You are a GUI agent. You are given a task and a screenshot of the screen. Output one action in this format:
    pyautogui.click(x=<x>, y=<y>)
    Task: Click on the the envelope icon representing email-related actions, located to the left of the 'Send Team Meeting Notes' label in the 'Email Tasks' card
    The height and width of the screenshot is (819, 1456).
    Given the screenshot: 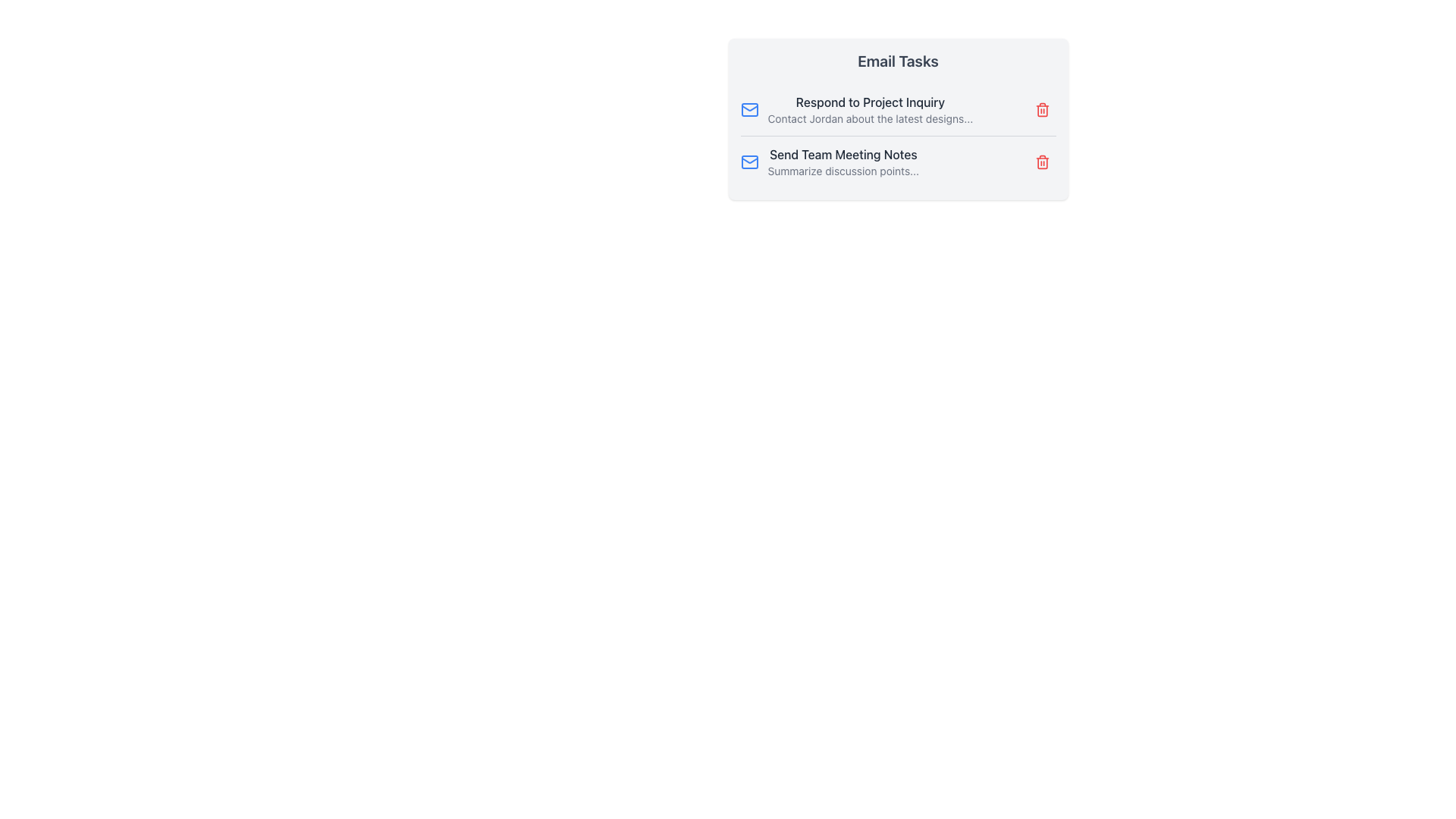 What is the action you would take?
    pyautogui.click(x=749, y=107)
    